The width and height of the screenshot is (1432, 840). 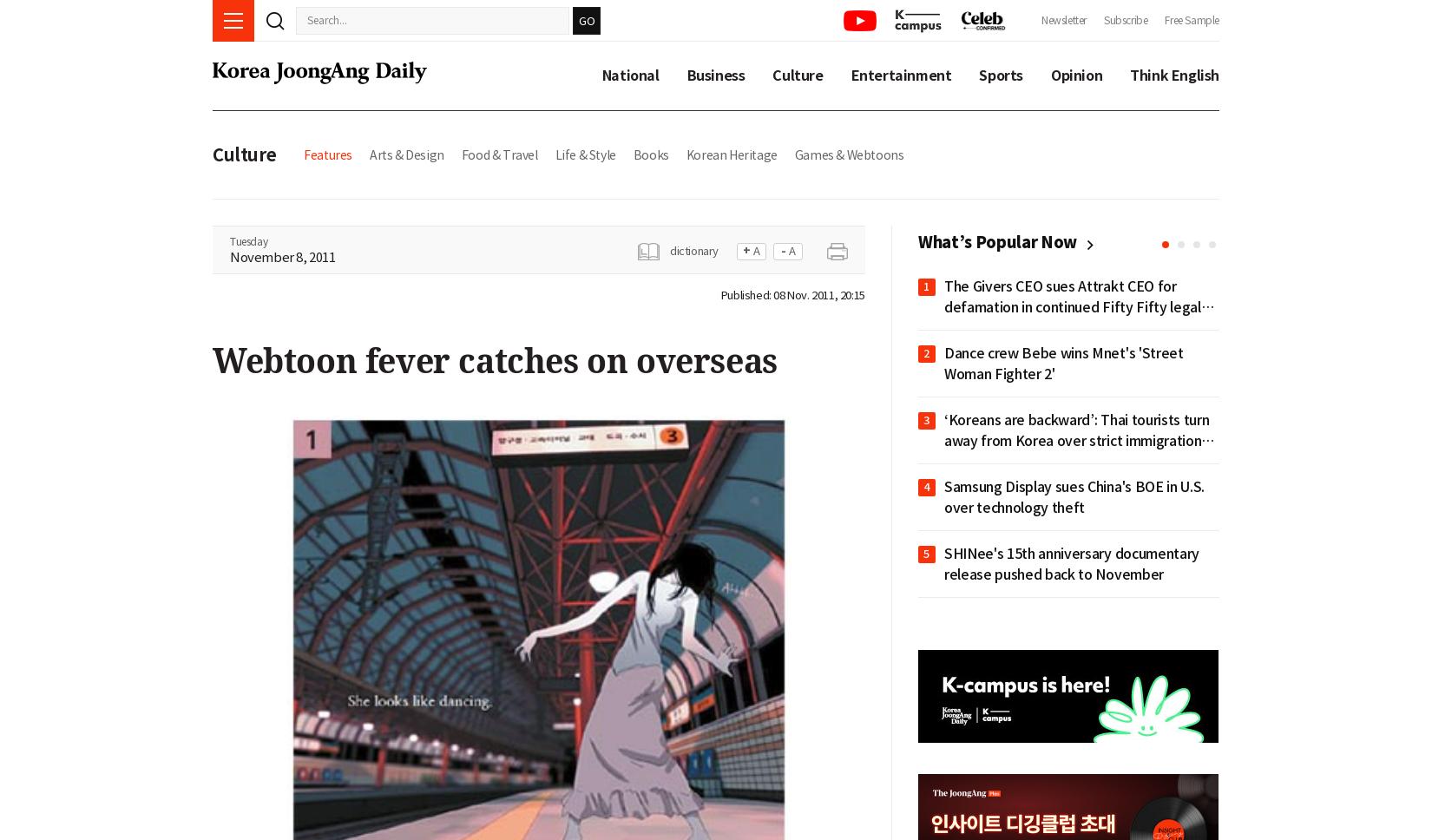 What do you see at coordinates (926, 286) in the screenshot?
I see `'1'` at bounding box center [926, 286].